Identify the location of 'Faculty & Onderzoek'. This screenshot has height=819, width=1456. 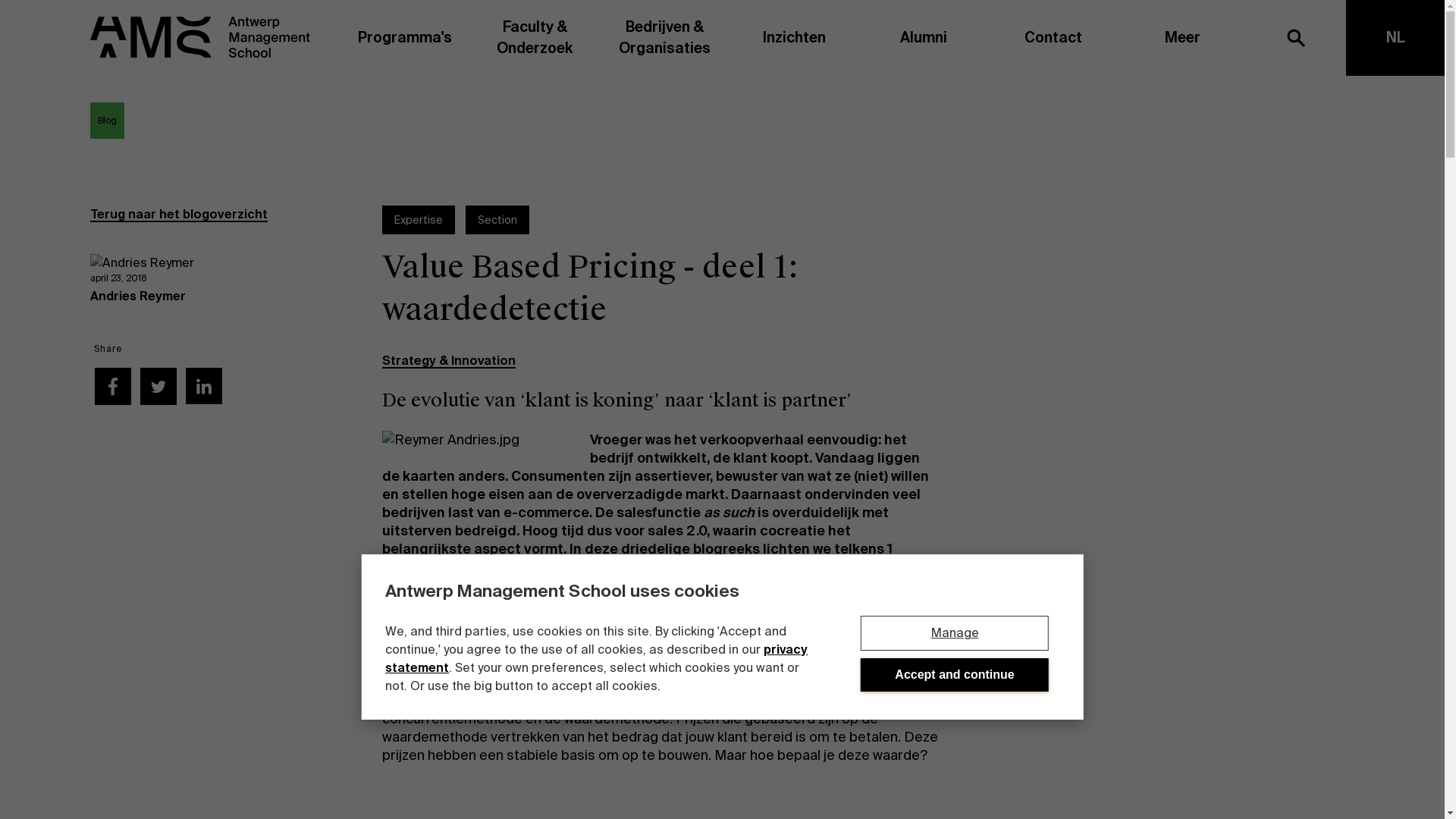
(535, 37).